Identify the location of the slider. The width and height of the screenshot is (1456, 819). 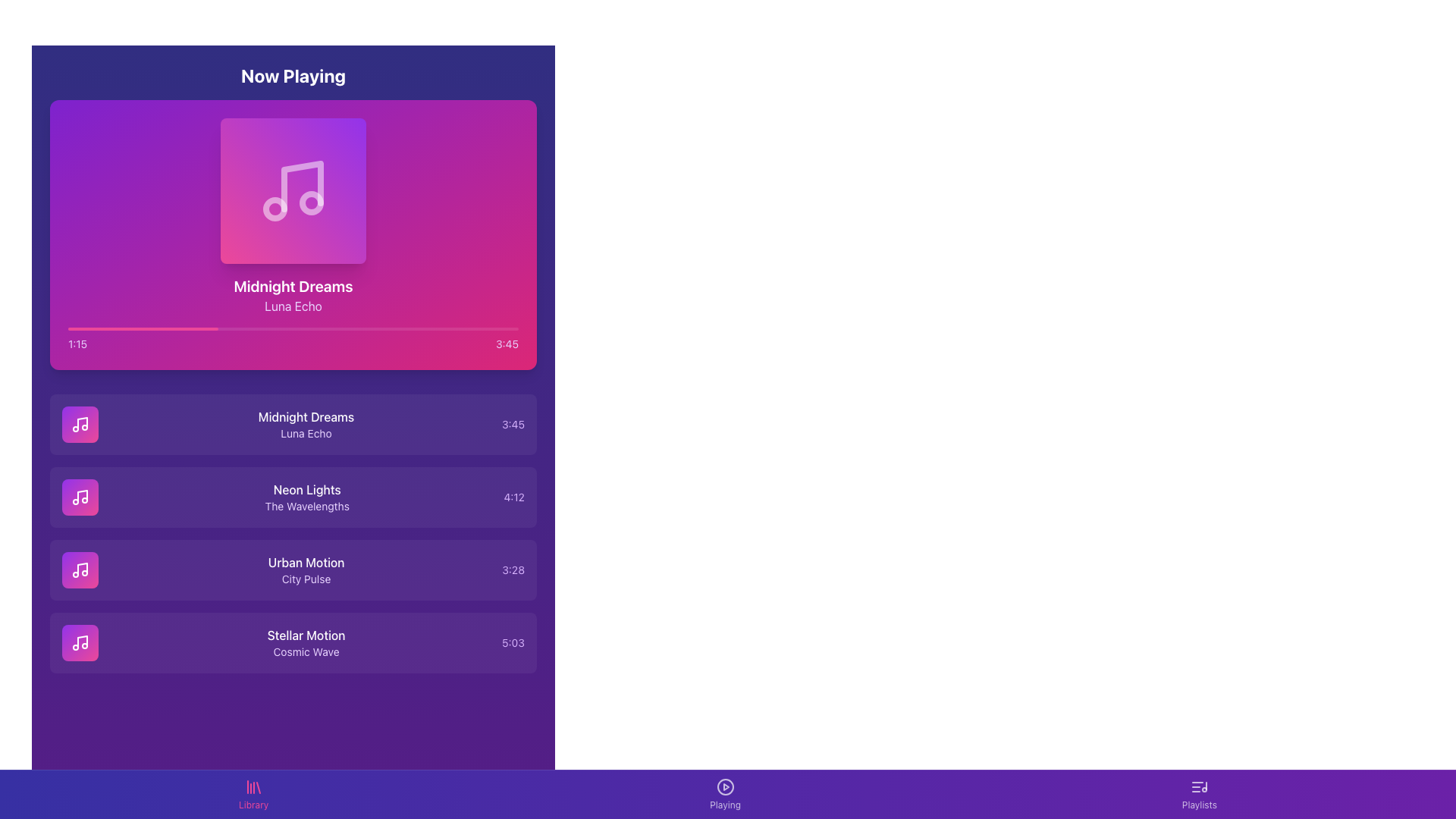
(127, 328).